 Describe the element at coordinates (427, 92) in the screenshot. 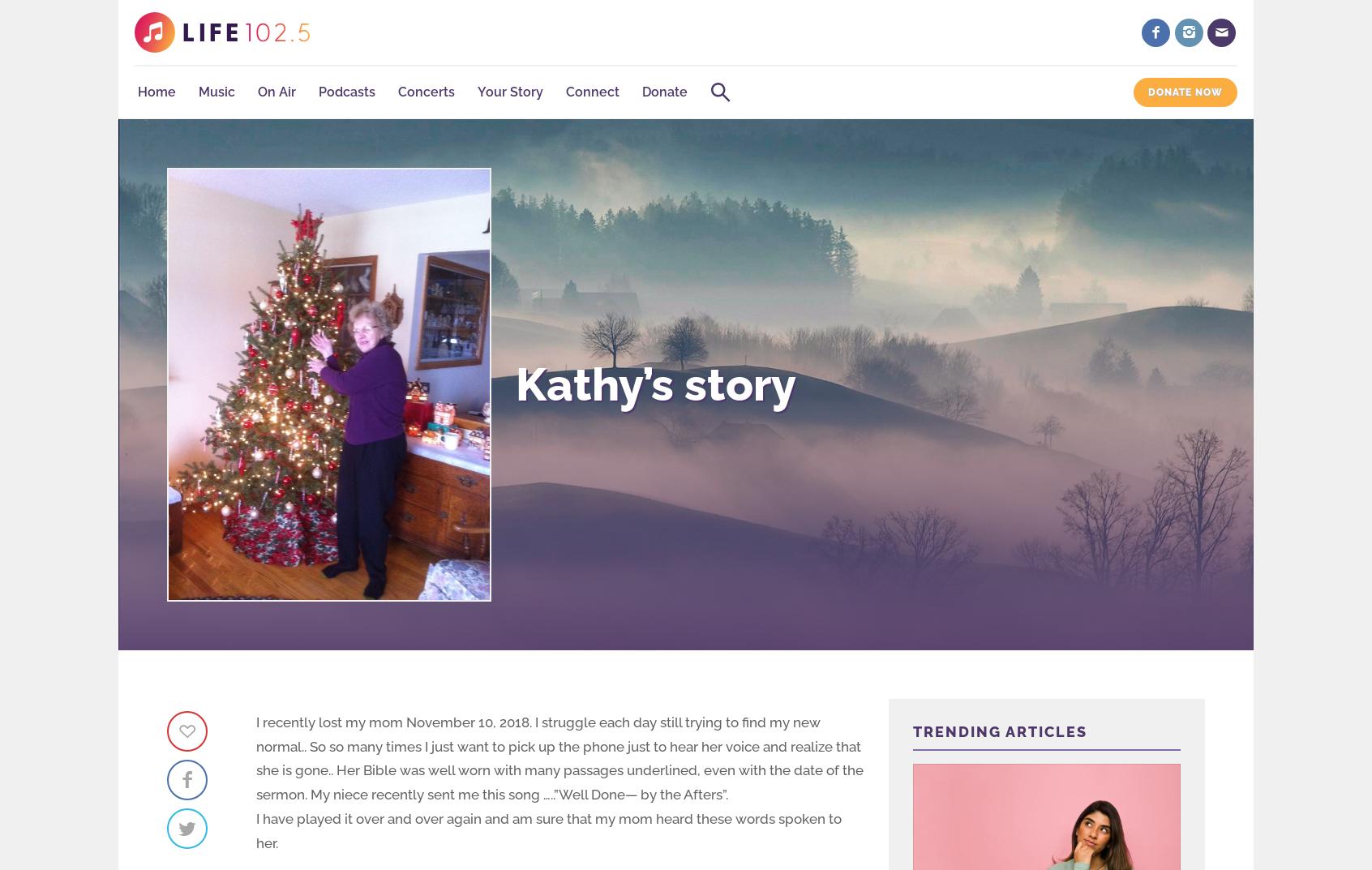

I see `'Concerts'` at that location.